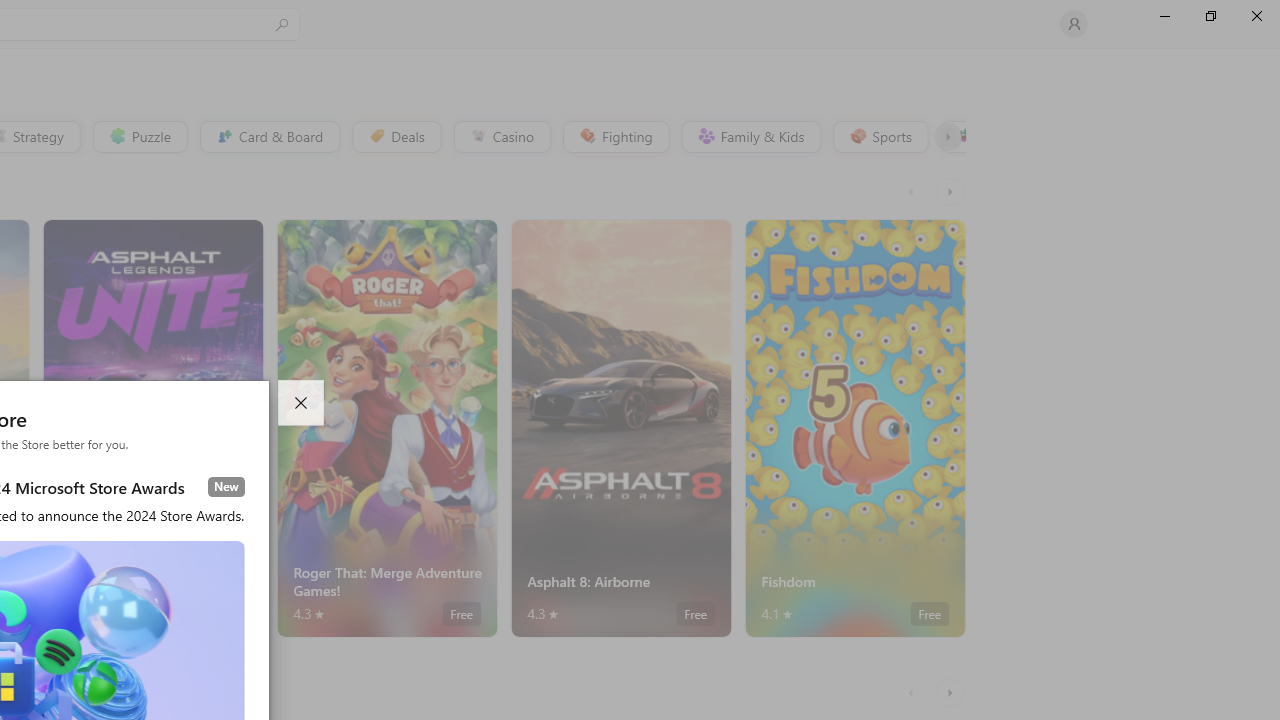 The image size is (1280, 720). Describe the element at coordinates (749, 135) in the screenshot. I see `'Family & Kids'` at that location.